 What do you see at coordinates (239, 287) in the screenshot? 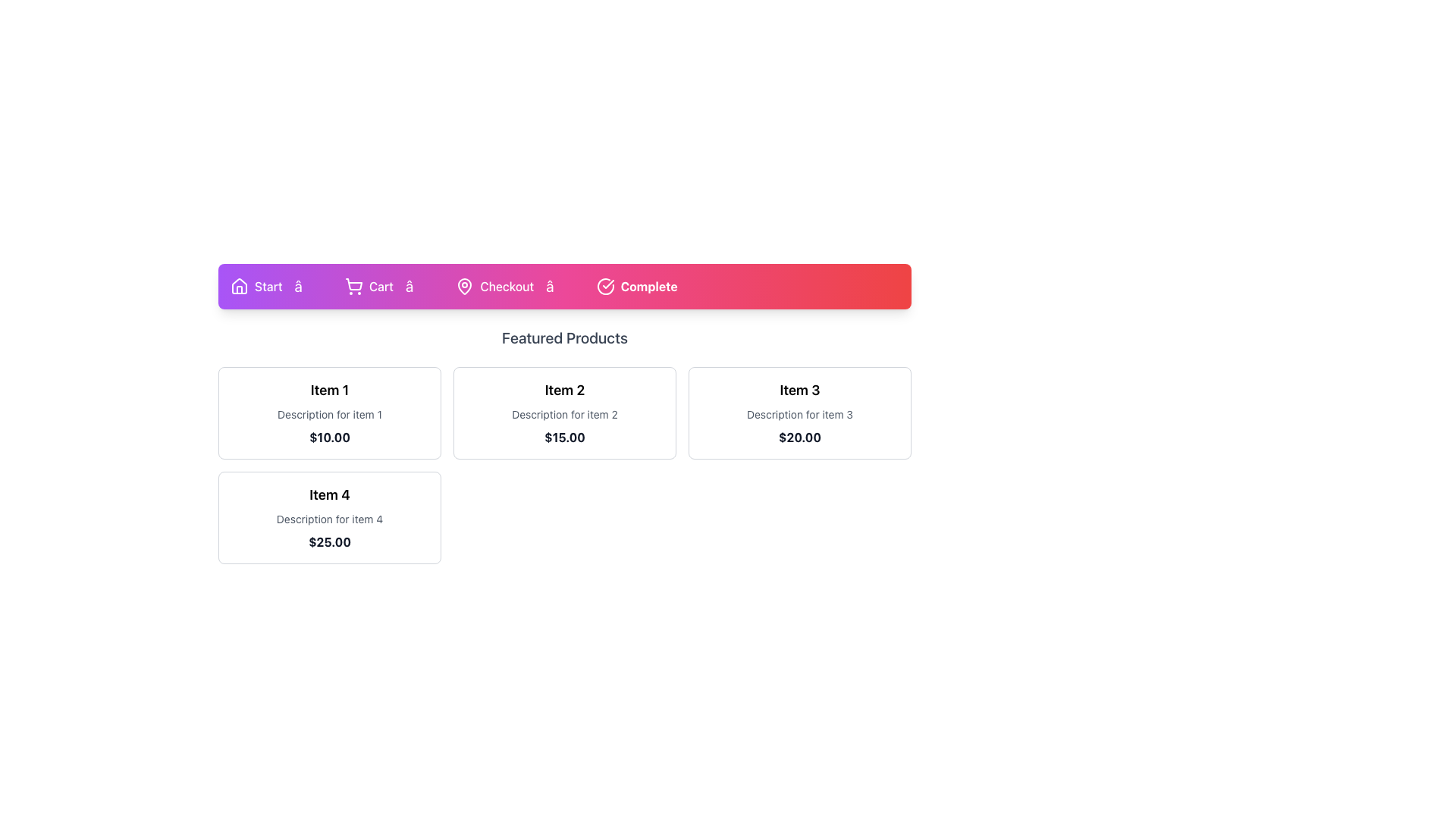
I see `the house icon within the purple 'Start' button on the top navigation bar` at bounding box center [239, 287].